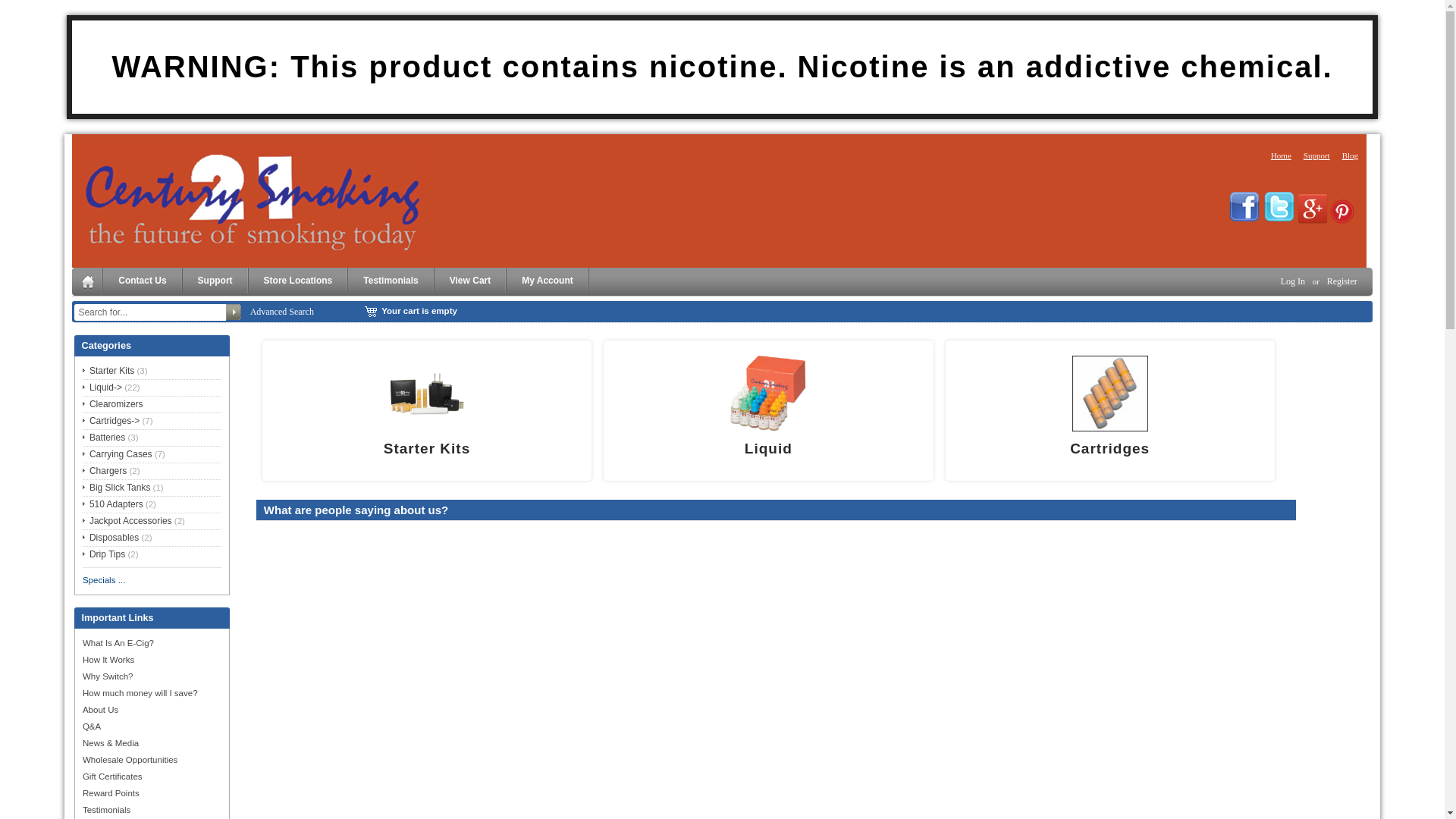 The height and width of the screenshot is (819, 1456). What do you see at coordinates (82, 776) in the screenshot?
I see `'Gift Certificates'` at bounding box center [82, 776].